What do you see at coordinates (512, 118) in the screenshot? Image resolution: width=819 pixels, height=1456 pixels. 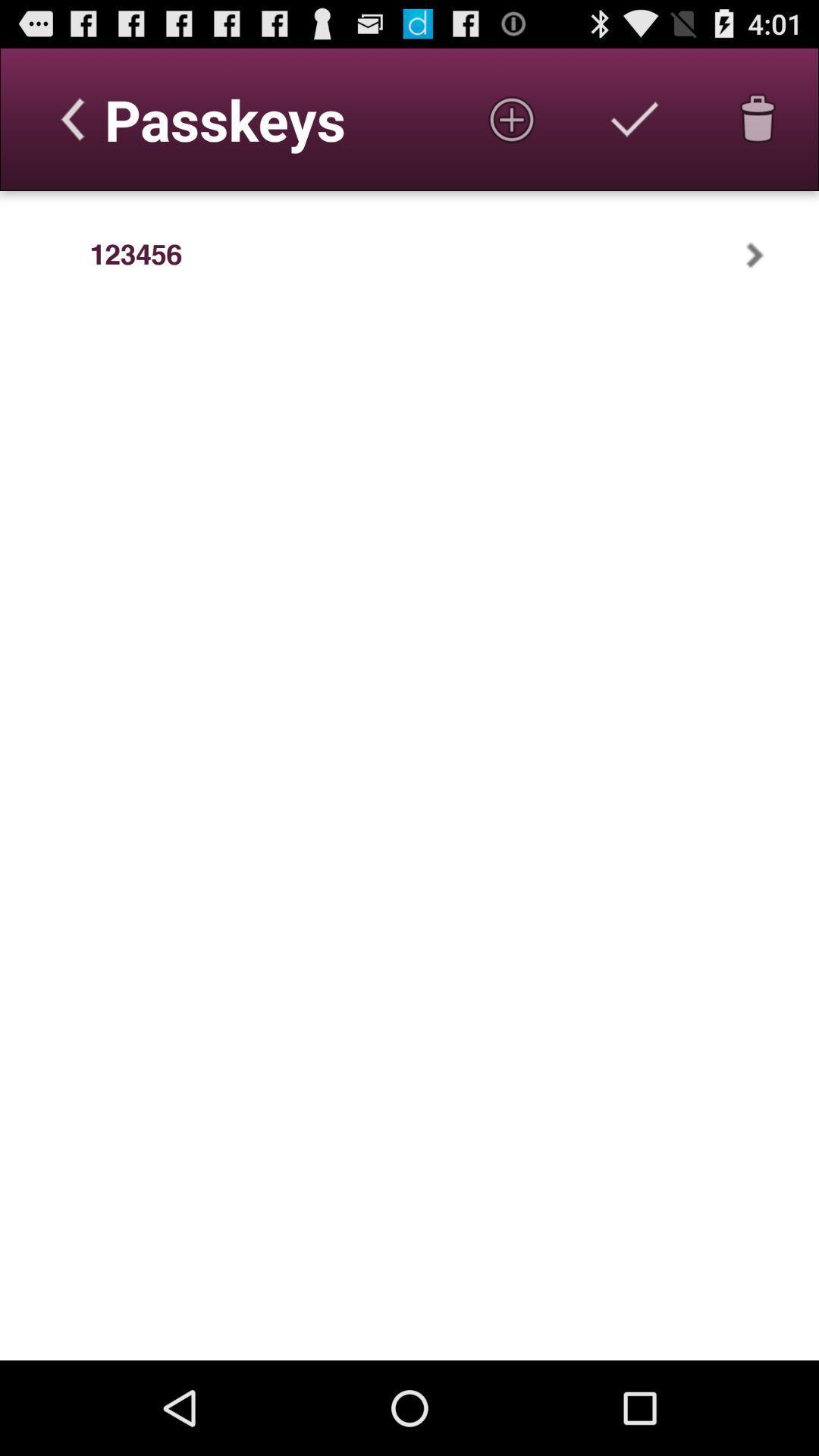 I see `the icon to the right of passkeys item` at bounding box center [512, 118].